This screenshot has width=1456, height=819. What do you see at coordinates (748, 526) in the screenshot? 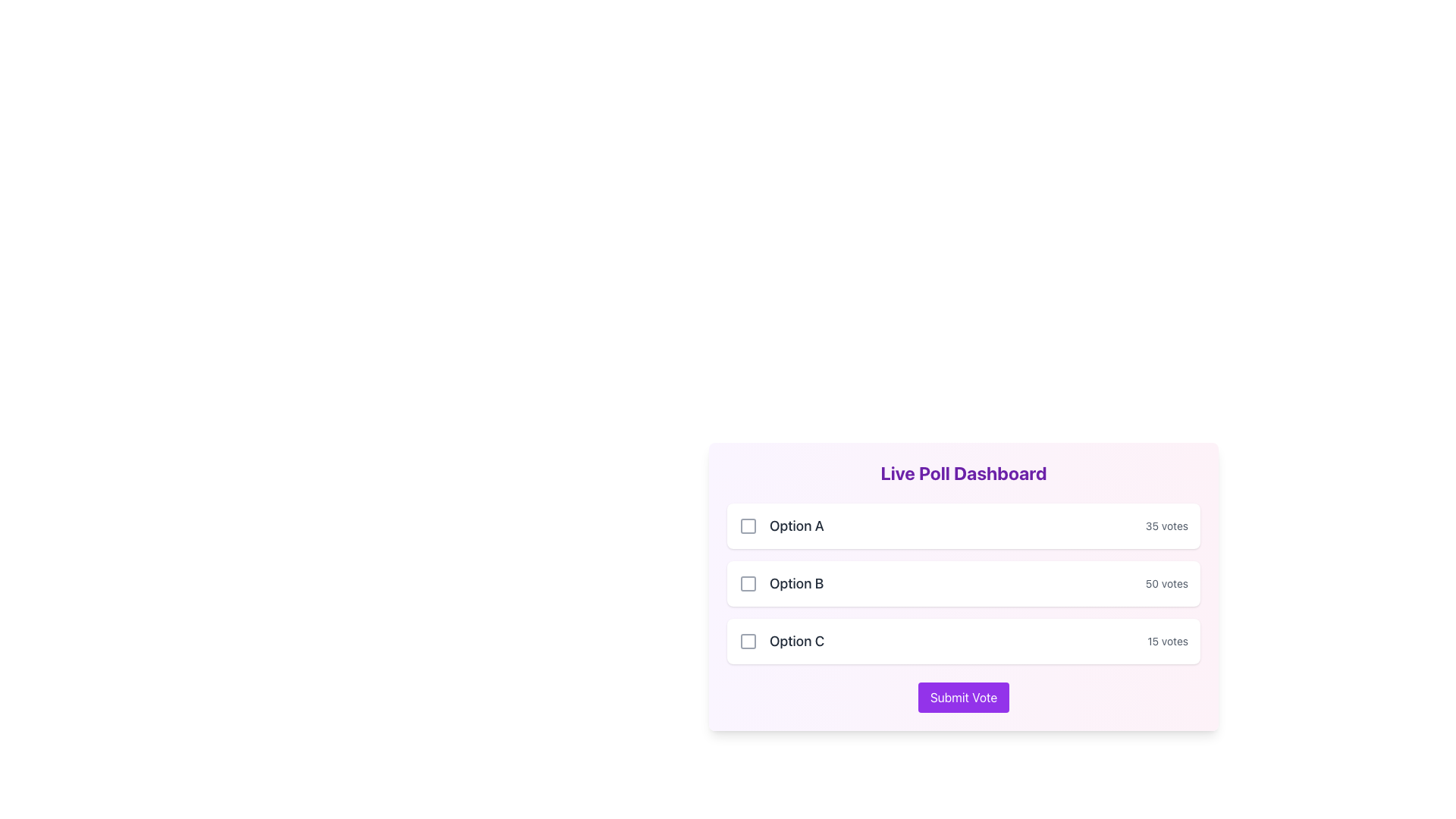
I see `the checkbox located to the left of the text label 'Option A' in the voting options list` at bounding box center [748, 526].